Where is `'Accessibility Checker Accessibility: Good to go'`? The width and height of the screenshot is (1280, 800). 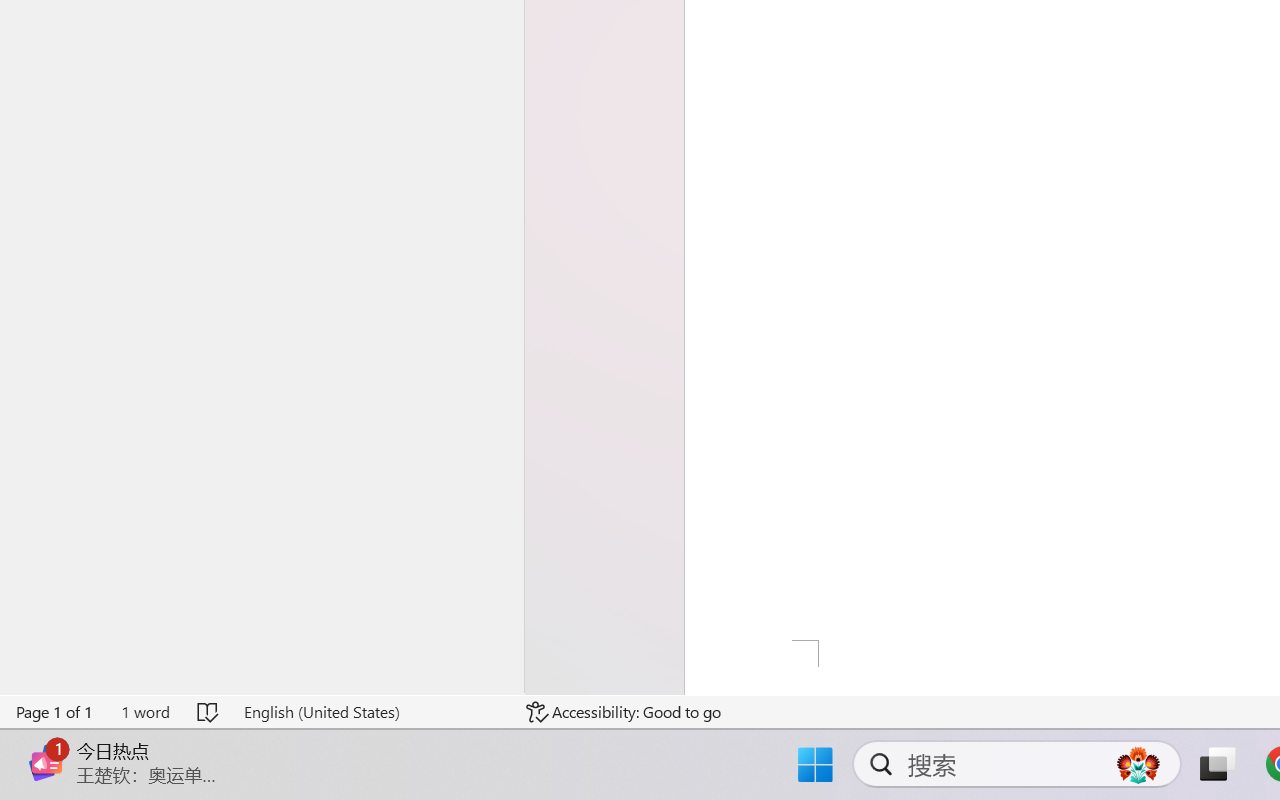
'Accessibility Checker Accessibility: Good to go' is located at coordinates (623, 711).